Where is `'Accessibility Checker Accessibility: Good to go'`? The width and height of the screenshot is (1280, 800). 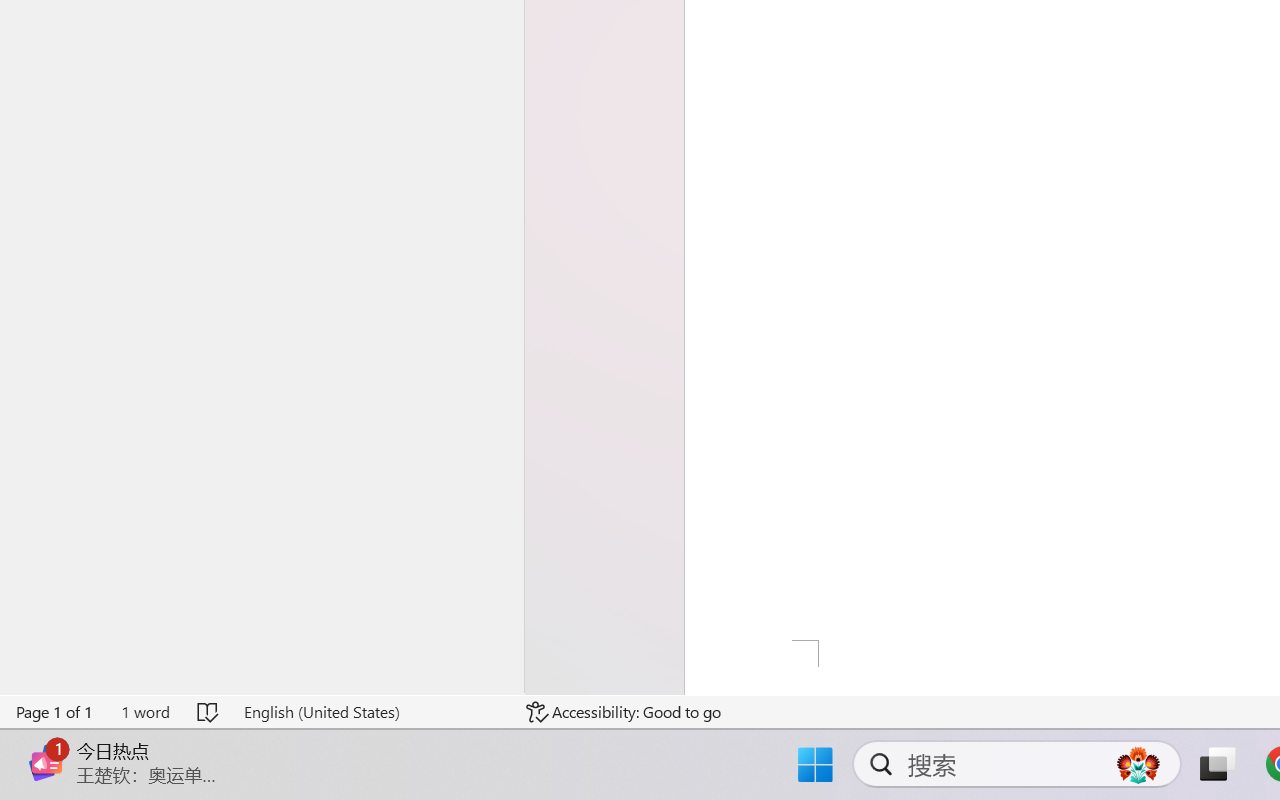
'Accessibility Checker Accessibility: Good to go' is located at coordinates (623, 711).